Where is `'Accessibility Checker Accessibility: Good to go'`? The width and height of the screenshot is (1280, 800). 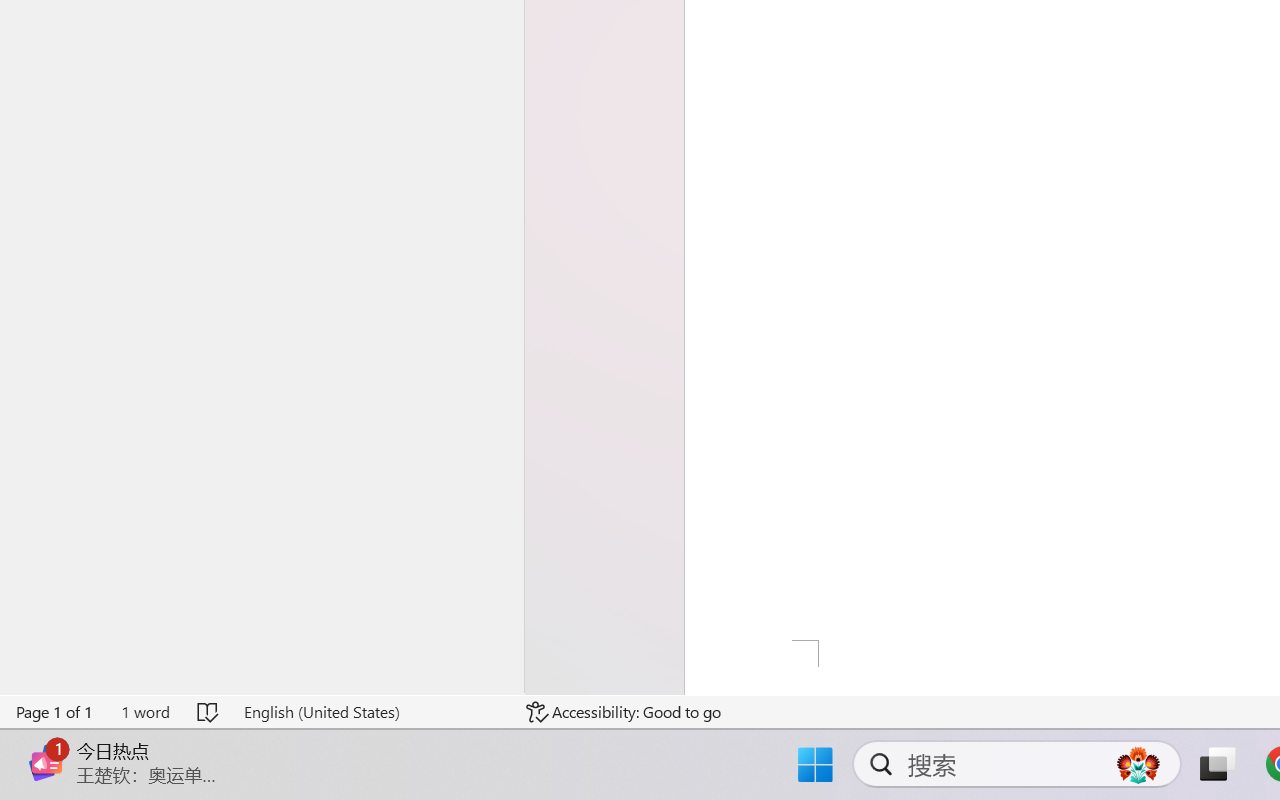
'Accessibility Checker Accessibility: Good to go' is located at coordinates (623, 711).